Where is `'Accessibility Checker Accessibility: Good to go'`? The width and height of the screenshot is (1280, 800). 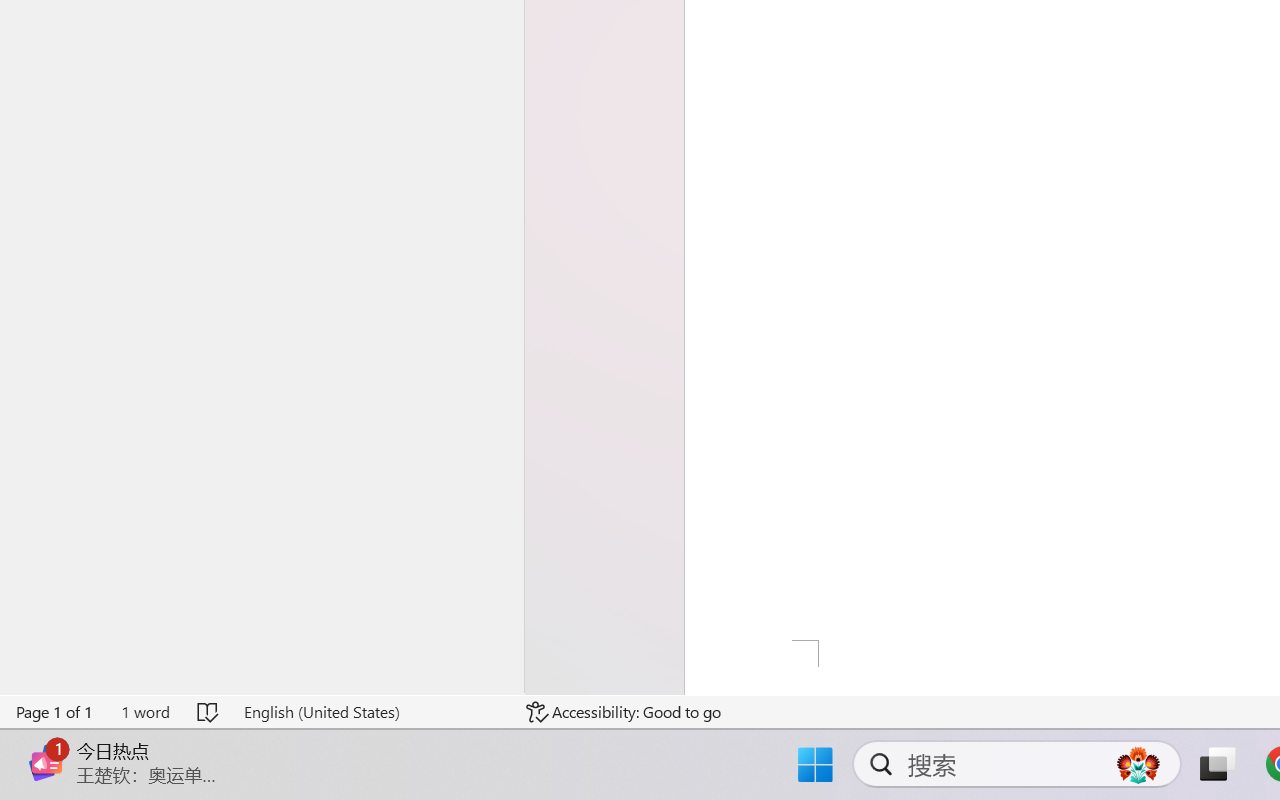
'Accessibility Checker Accessibility: Good to go' is located at coordinates (623, 711).